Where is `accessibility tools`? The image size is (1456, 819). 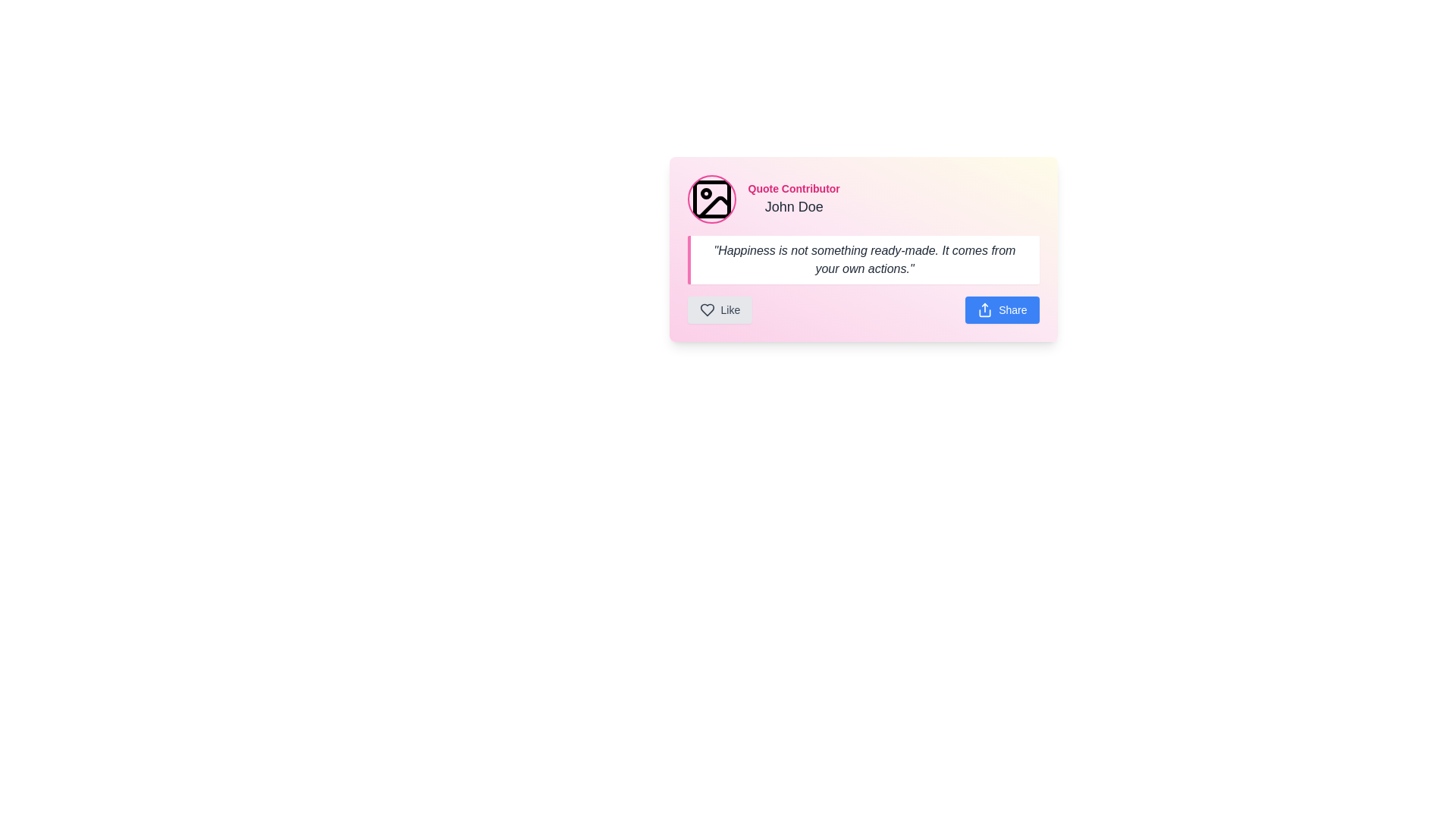 accessibility tools is located at coordinates (793, 198).